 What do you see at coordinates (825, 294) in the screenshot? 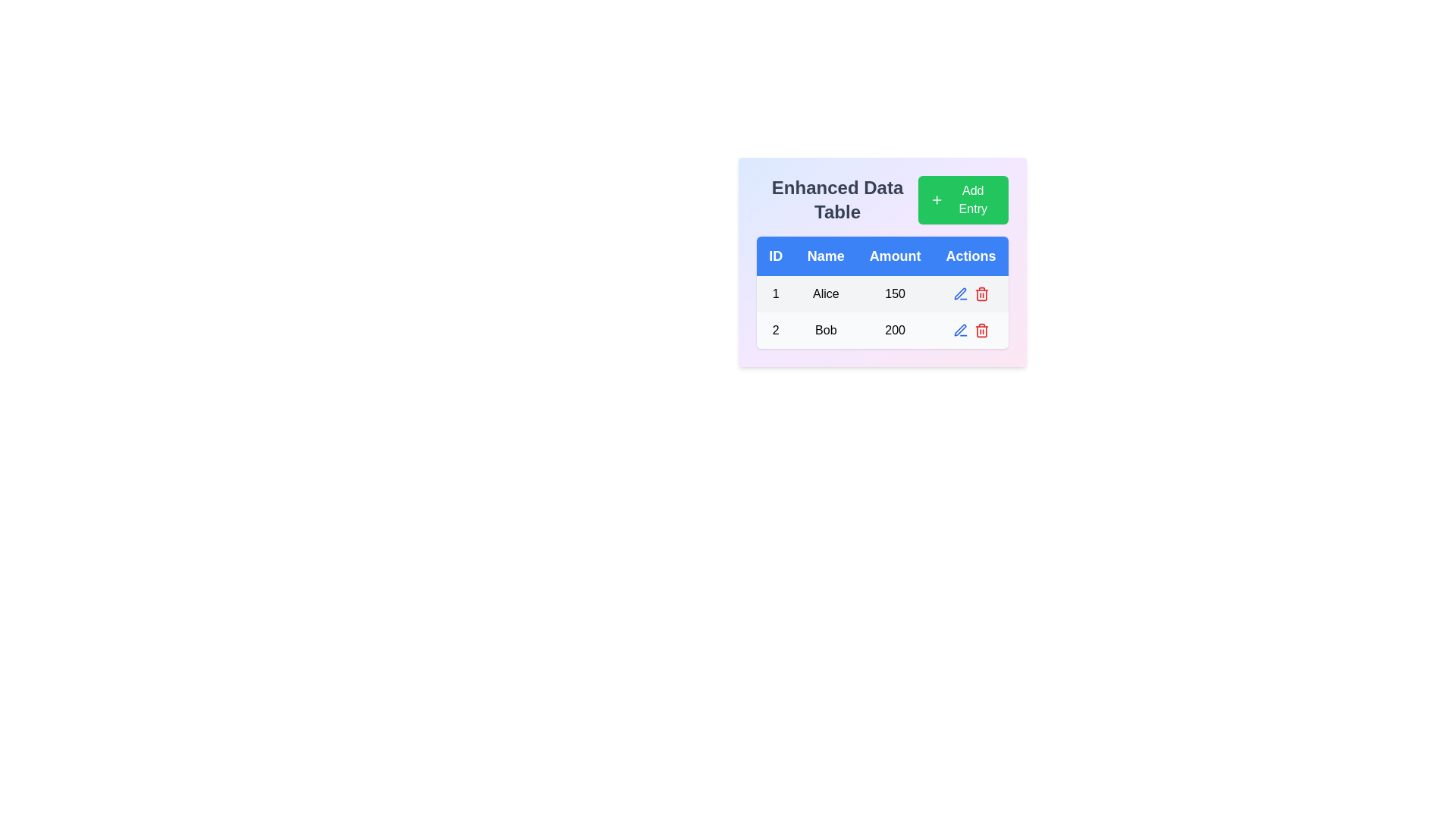
I see `the text label displaying the name in the first row of the table, which is positioned between the ID ('1') and the amount ('150')` at bounding box center [825, 294].